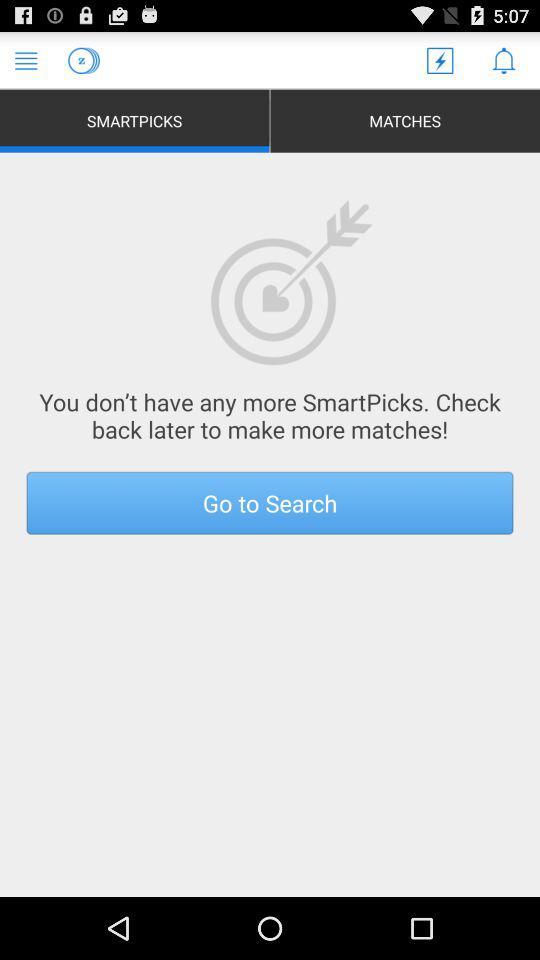 The width and height of the screenshot is (540, 960). What do you see at coordinates (25, 59) in the screenshot?
I see `menu` at bounding box center [25, 59].